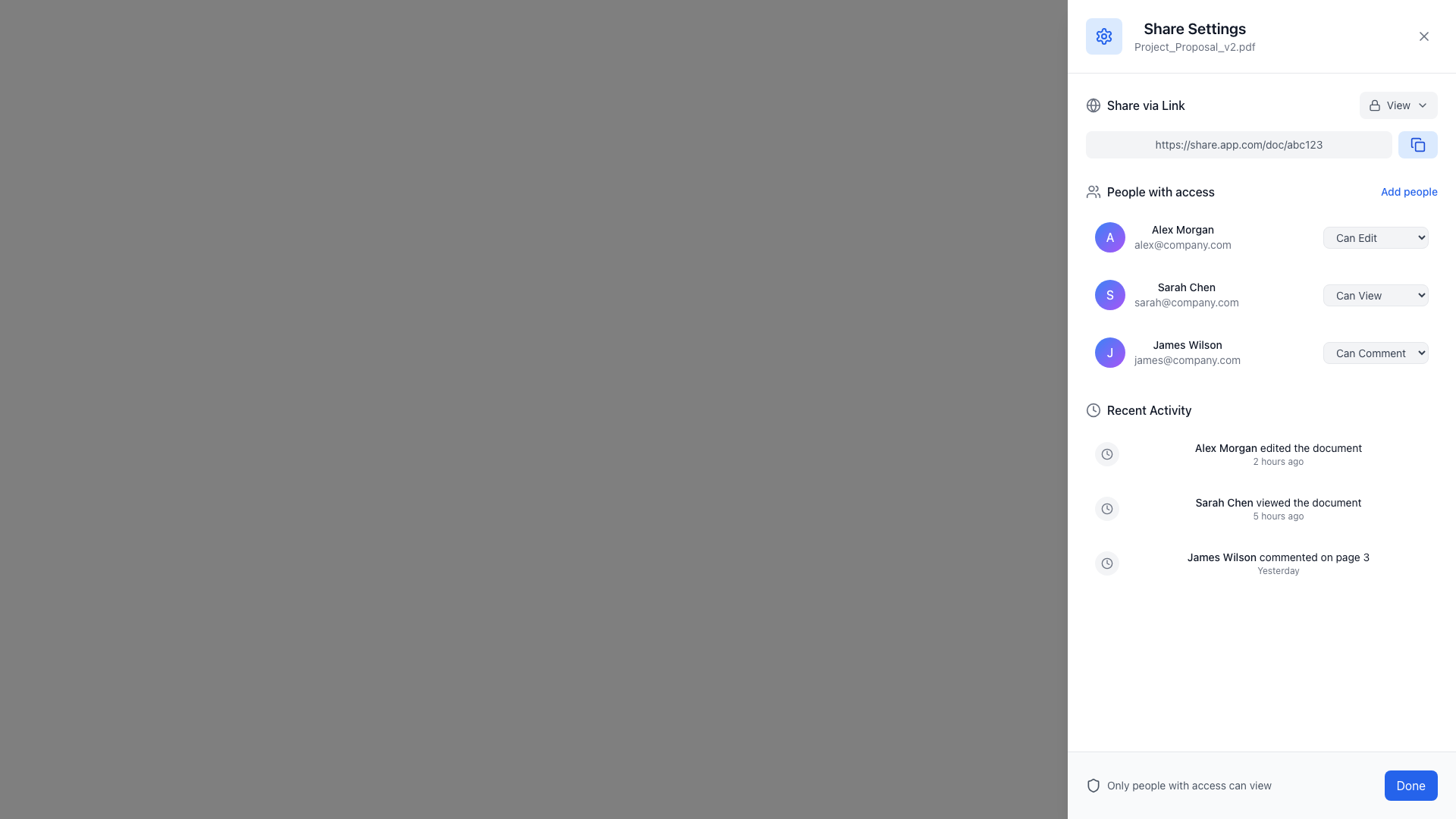 Image resolution: width=1456 pixels, height=819 pixels. What do you see at coordinates (1194, 35) in the screenshot?
I see `the text label consisting of 'Share Settings' and 'Project_Proposal_v2.pdf', which is located in the header section of the sharing settings panel` at bounding box center [1194, 35].